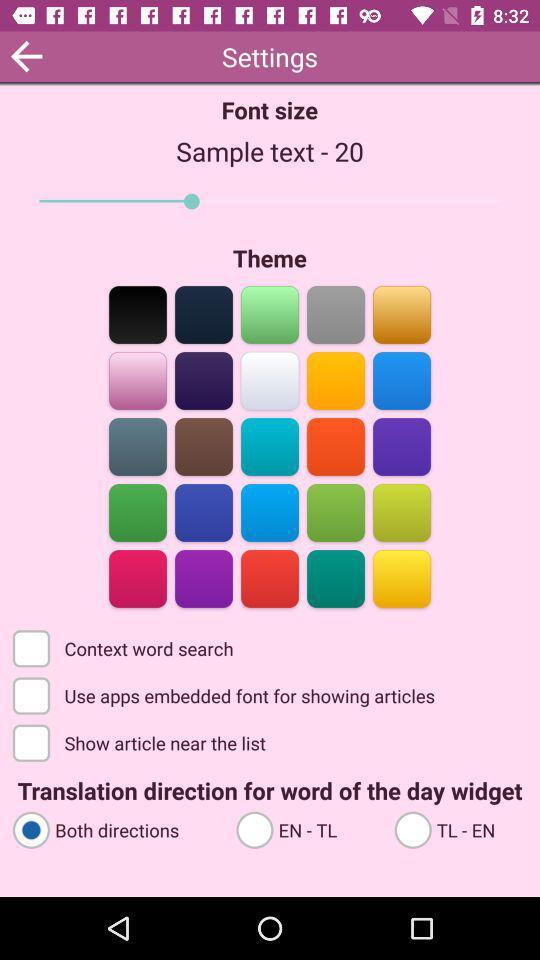 The height and width of the screenshot is (960, 540). What do you see at coordinates (335, 577) in the screenshot?
I see `selects color` at bounding box center [335, 577].